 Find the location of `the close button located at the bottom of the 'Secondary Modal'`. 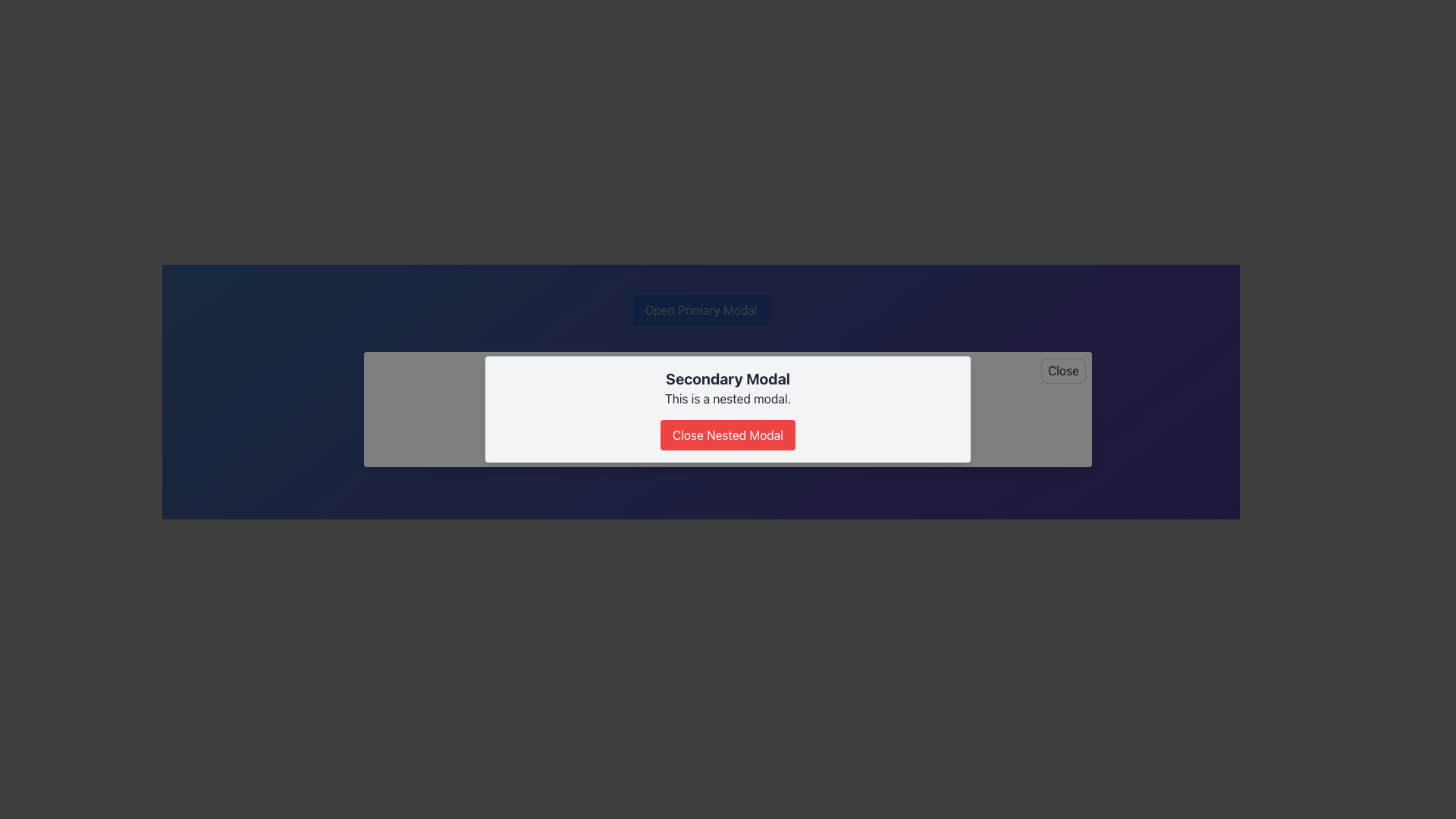

the close button located at the bottom of the 'Secondary Modal' is located at coordinates (728, 435).